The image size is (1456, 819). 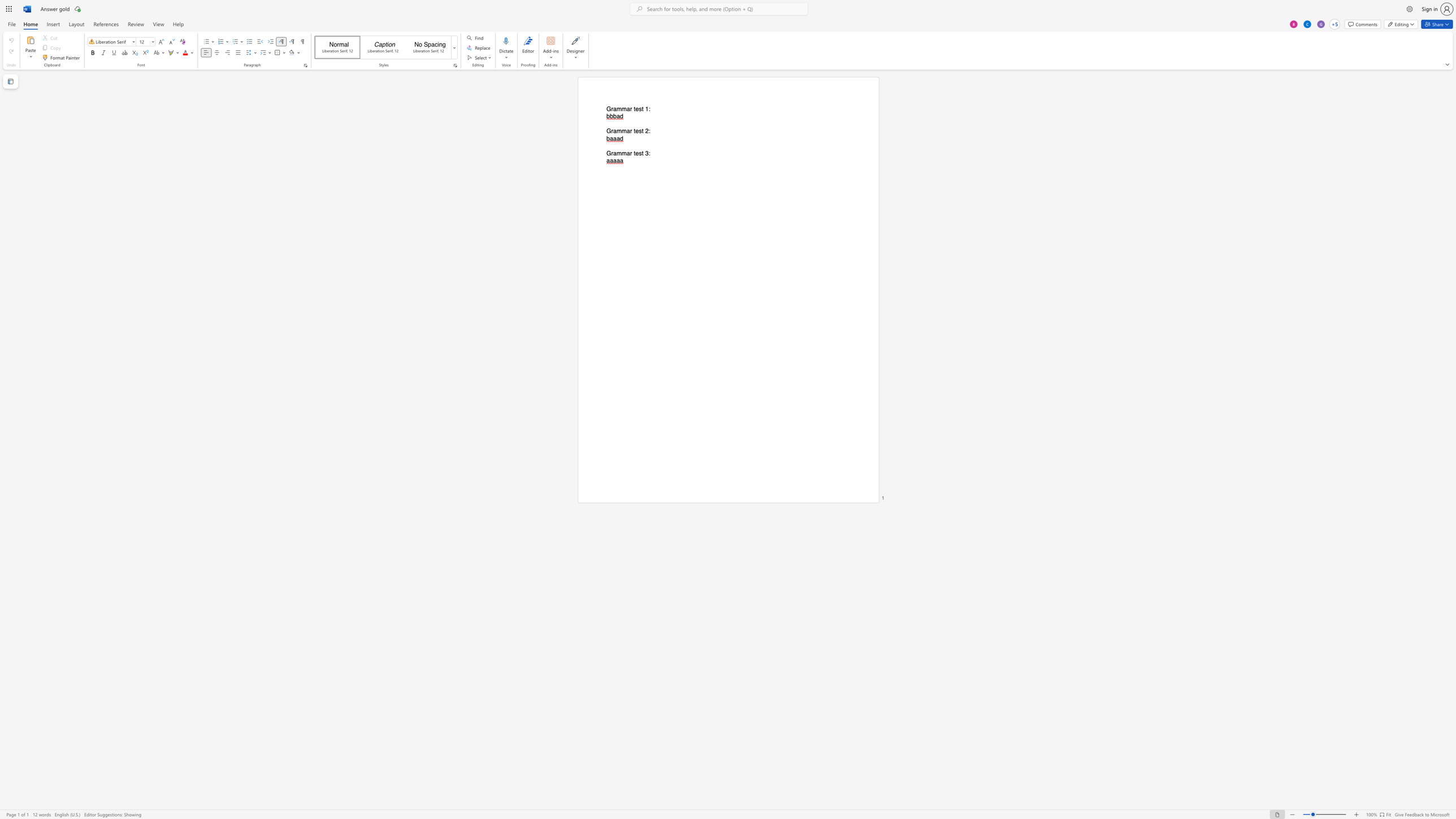 What do you see at coordinates (647, 109) in the screenshot?
I see `the space between the continuous character "1" and ":" in the text` at bounding box center [647, 109].